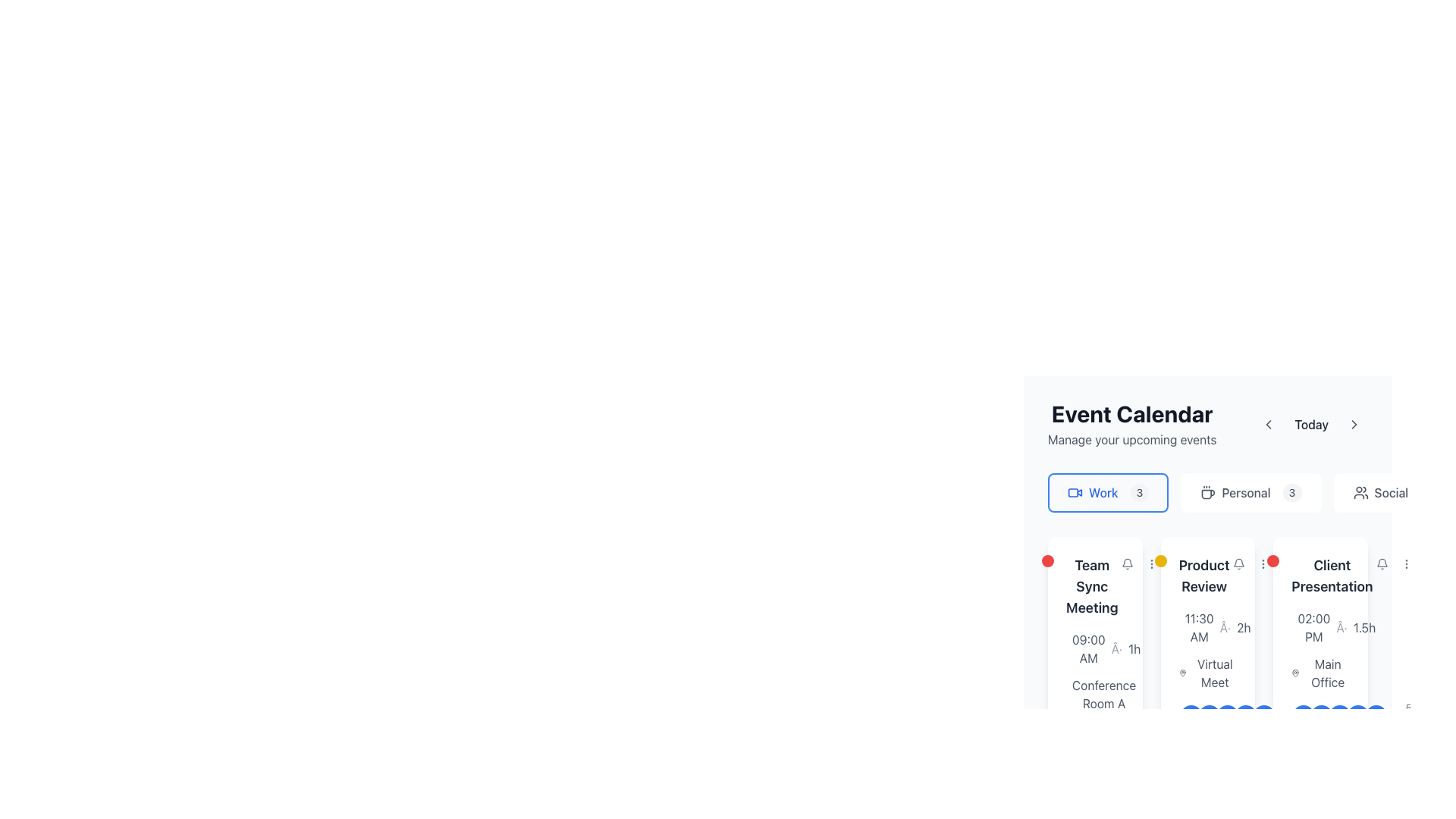 The width and height of the screenshot is (1456, 819). Describe the element at coordinates (1187, 631) in the screenshot. I see `the central circular shape of the clock icon within the 'Product Review' event card` at that location.